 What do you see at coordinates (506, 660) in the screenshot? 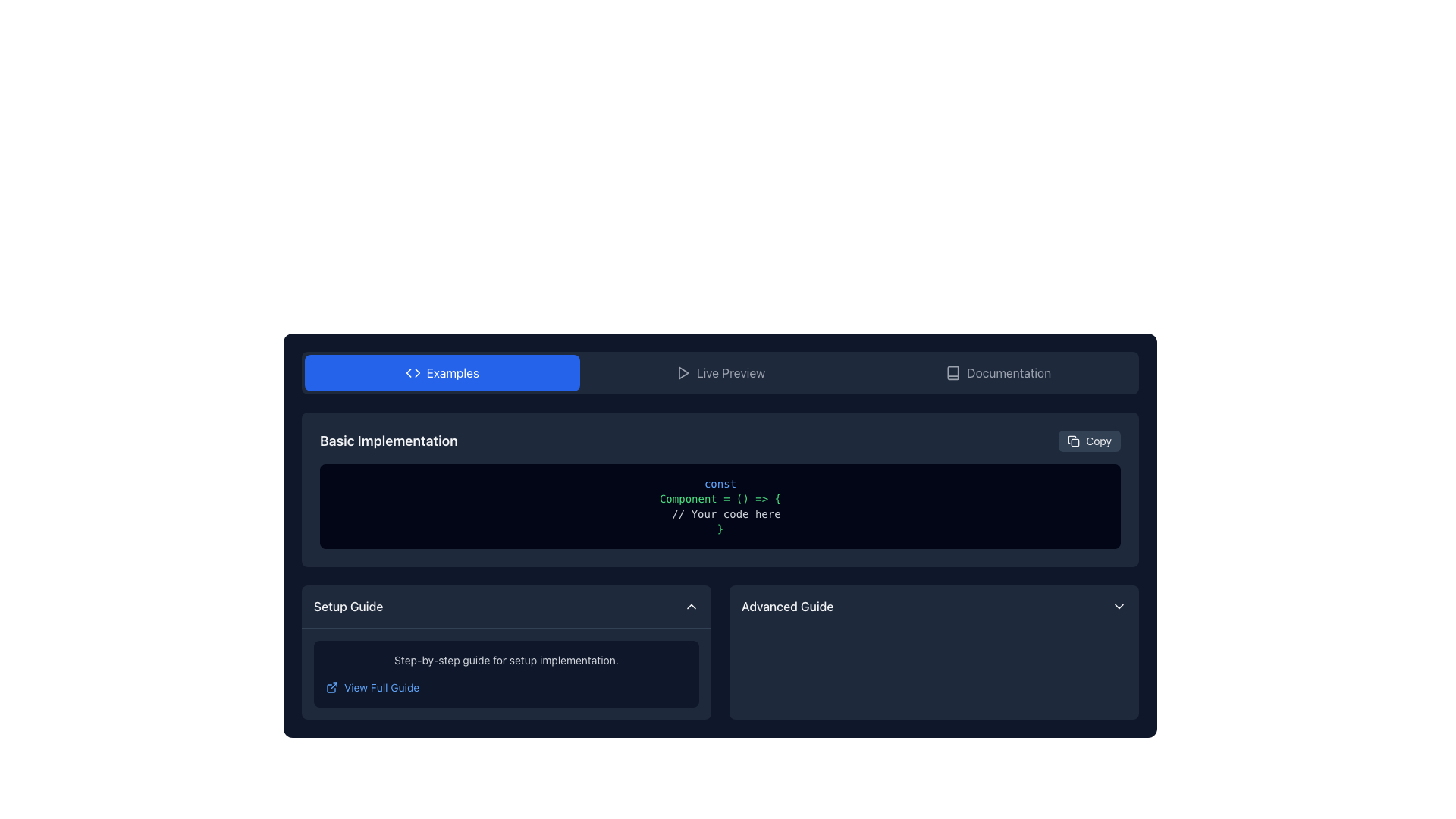
I see `the guidance text element located in the 'Setup Guide' section, positioned beneath the header and next to the 'View Full Guide' button` at bounding box center [506, 660].